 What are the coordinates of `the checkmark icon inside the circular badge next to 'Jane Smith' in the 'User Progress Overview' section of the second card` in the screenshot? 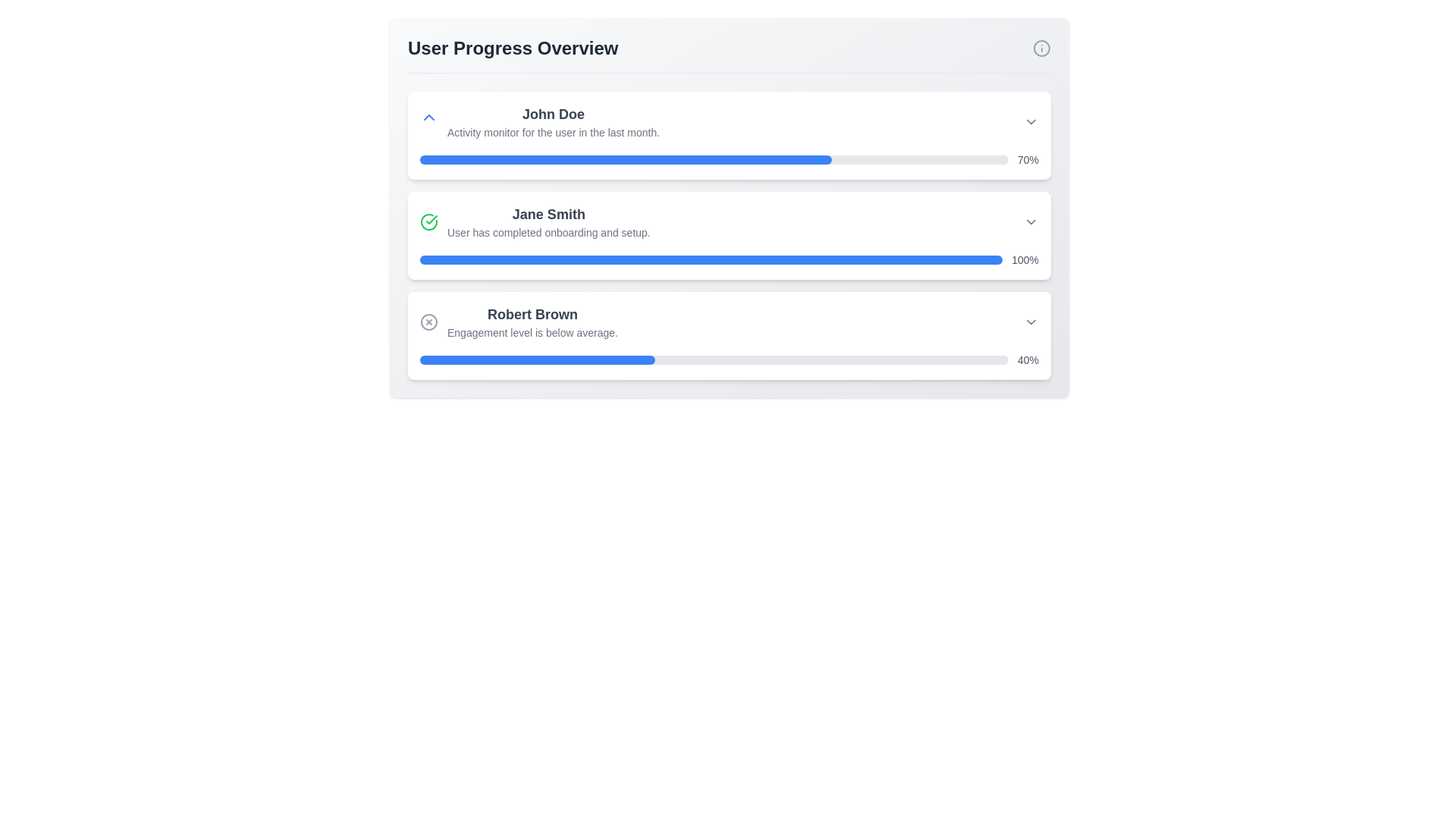 It's located at (431, 219).